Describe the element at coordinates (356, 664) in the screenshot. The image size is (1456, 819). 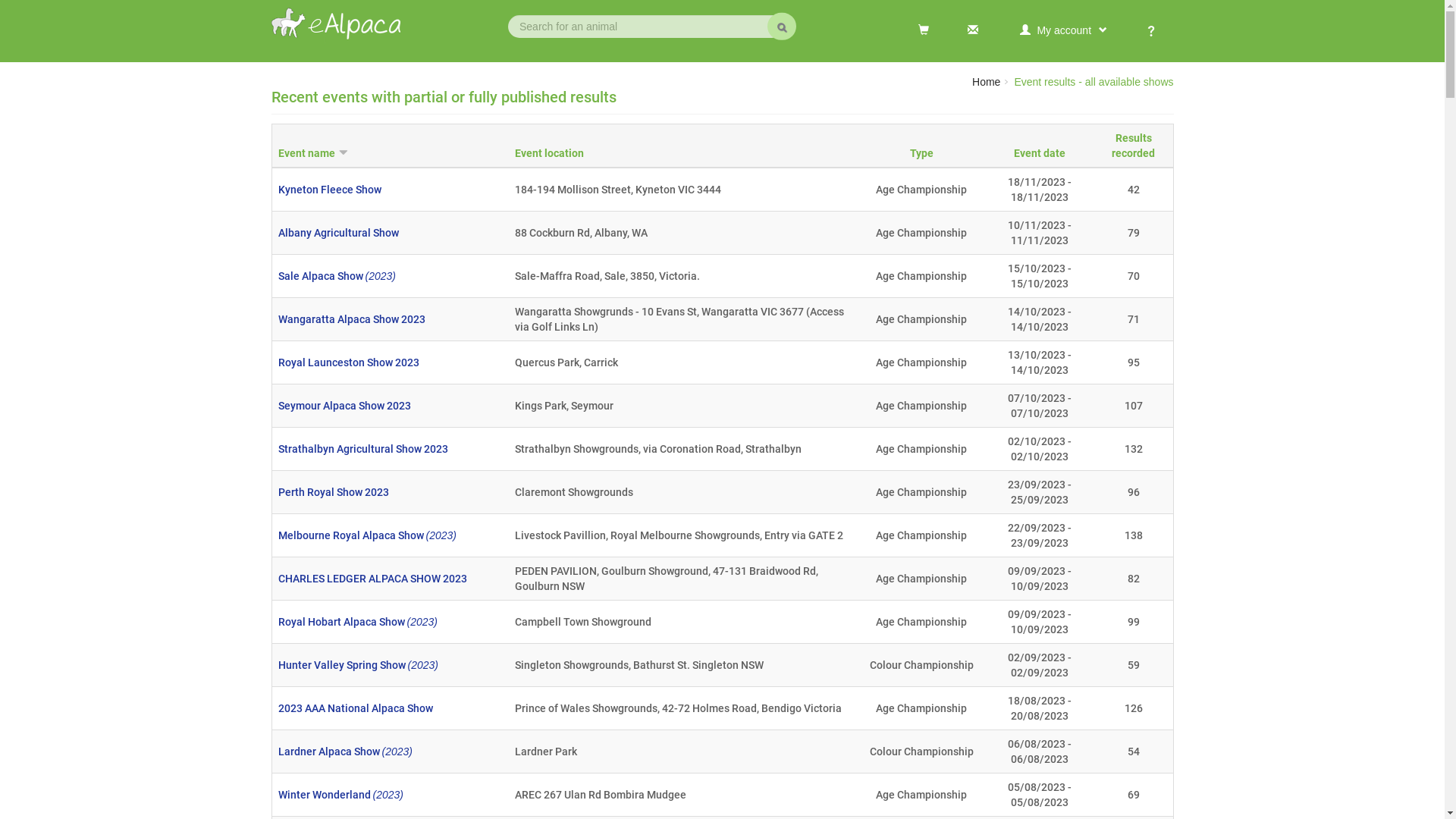
I see `'Hunter Valley Spring Show (2023)'` at that location.